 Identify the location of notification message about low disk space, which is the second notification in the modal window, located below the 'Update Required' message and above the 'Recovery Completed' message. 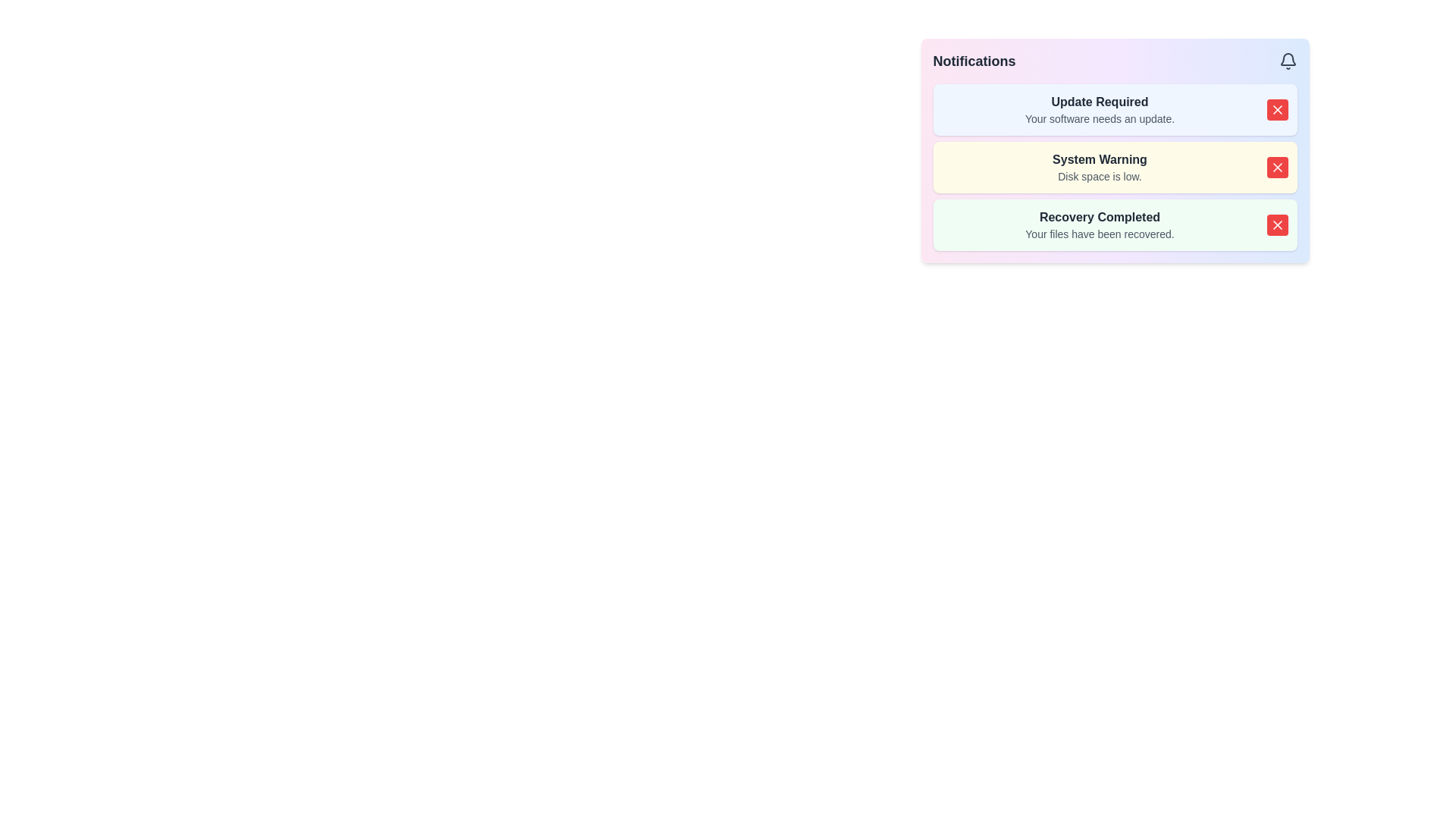
(1115, 151).